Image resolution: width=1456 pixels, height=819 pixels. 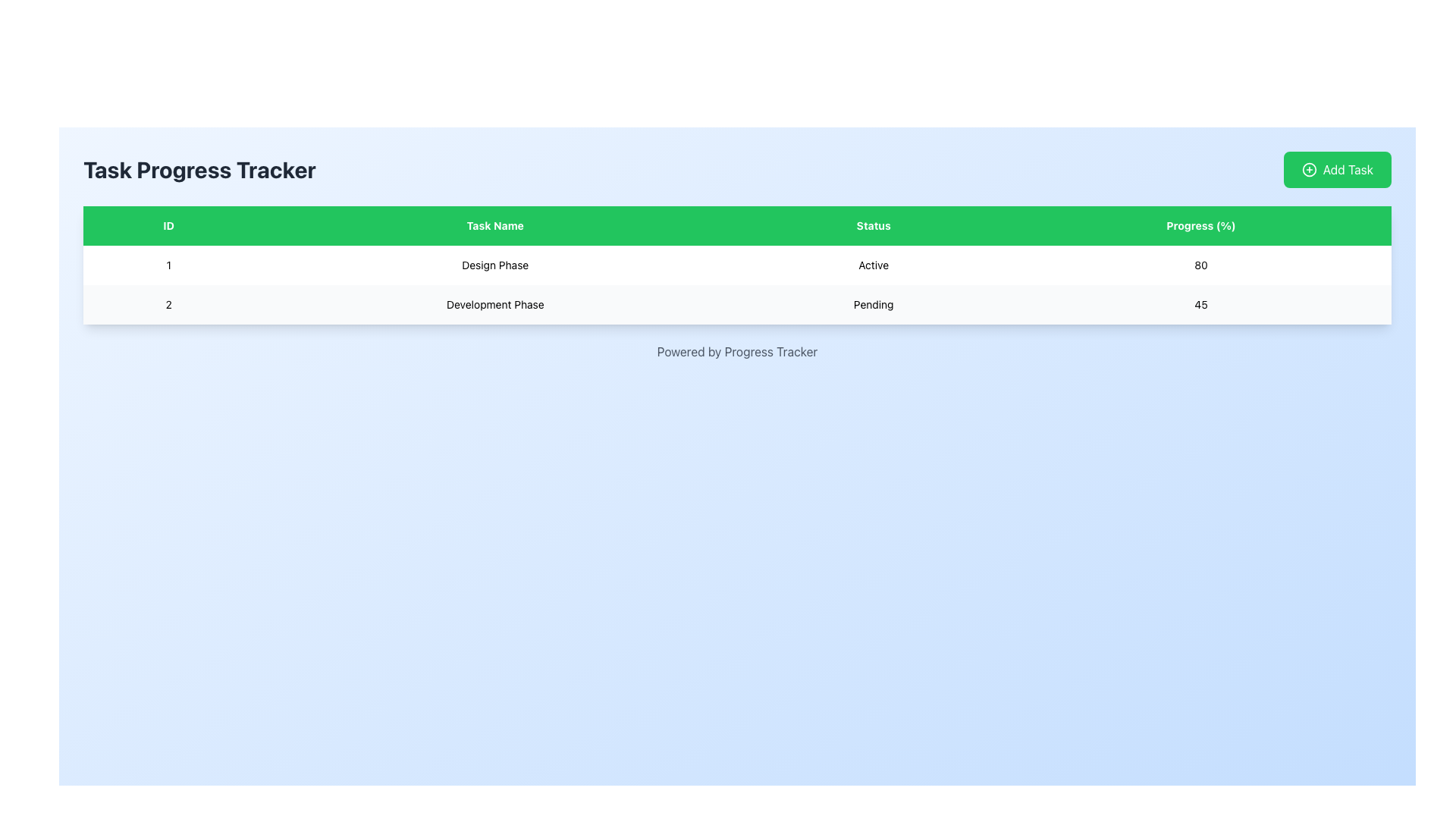 I want to click on the Text Label in the second column of the first data row of the task management system table, which represents the name of a task phase, so click(x=495, y=265).